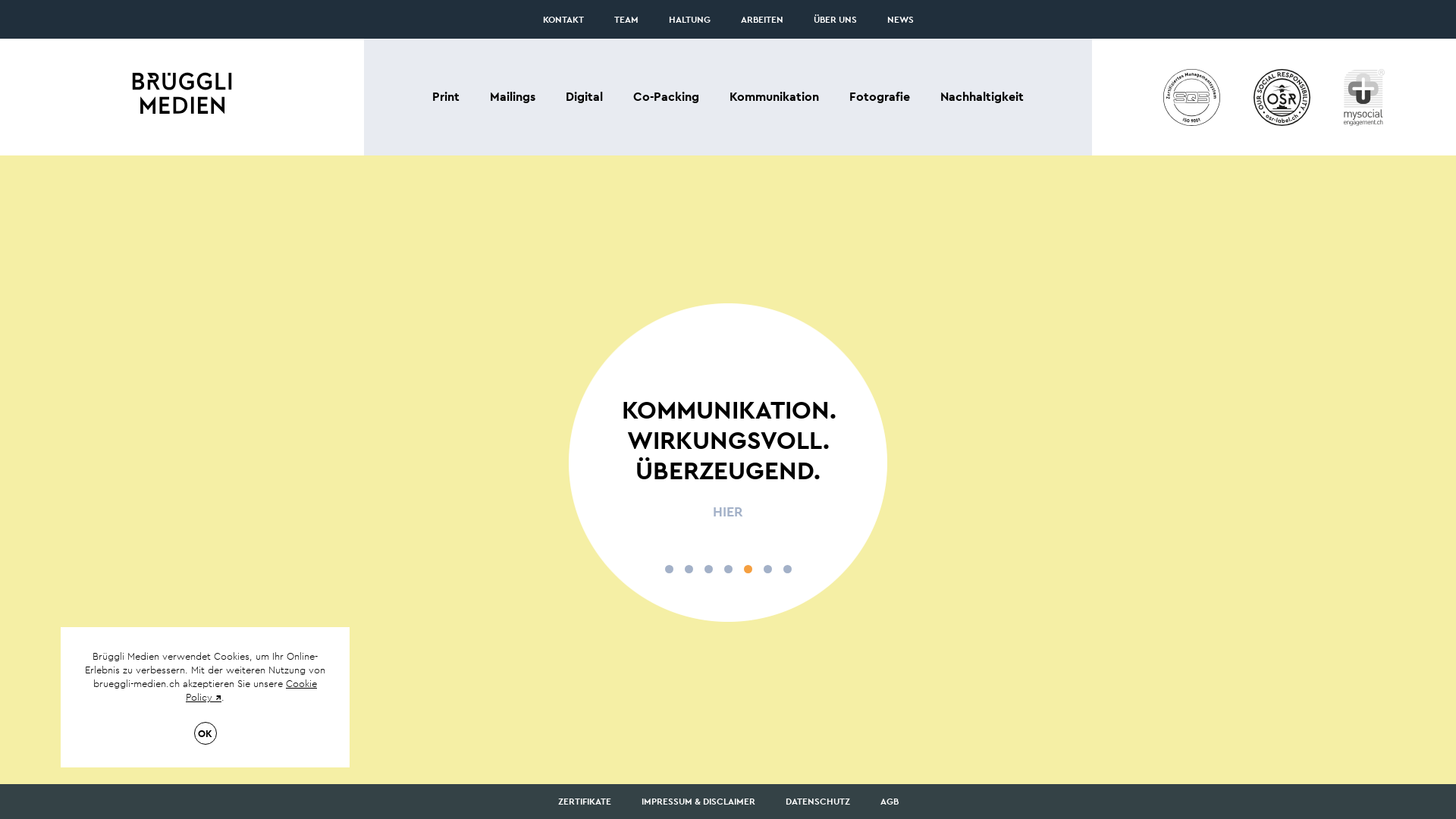 The width and height of the screenshot is (1456, 819). Describe the element at coordinates (513, 96) in the screenshot. I see `'Mailings'` at that location.